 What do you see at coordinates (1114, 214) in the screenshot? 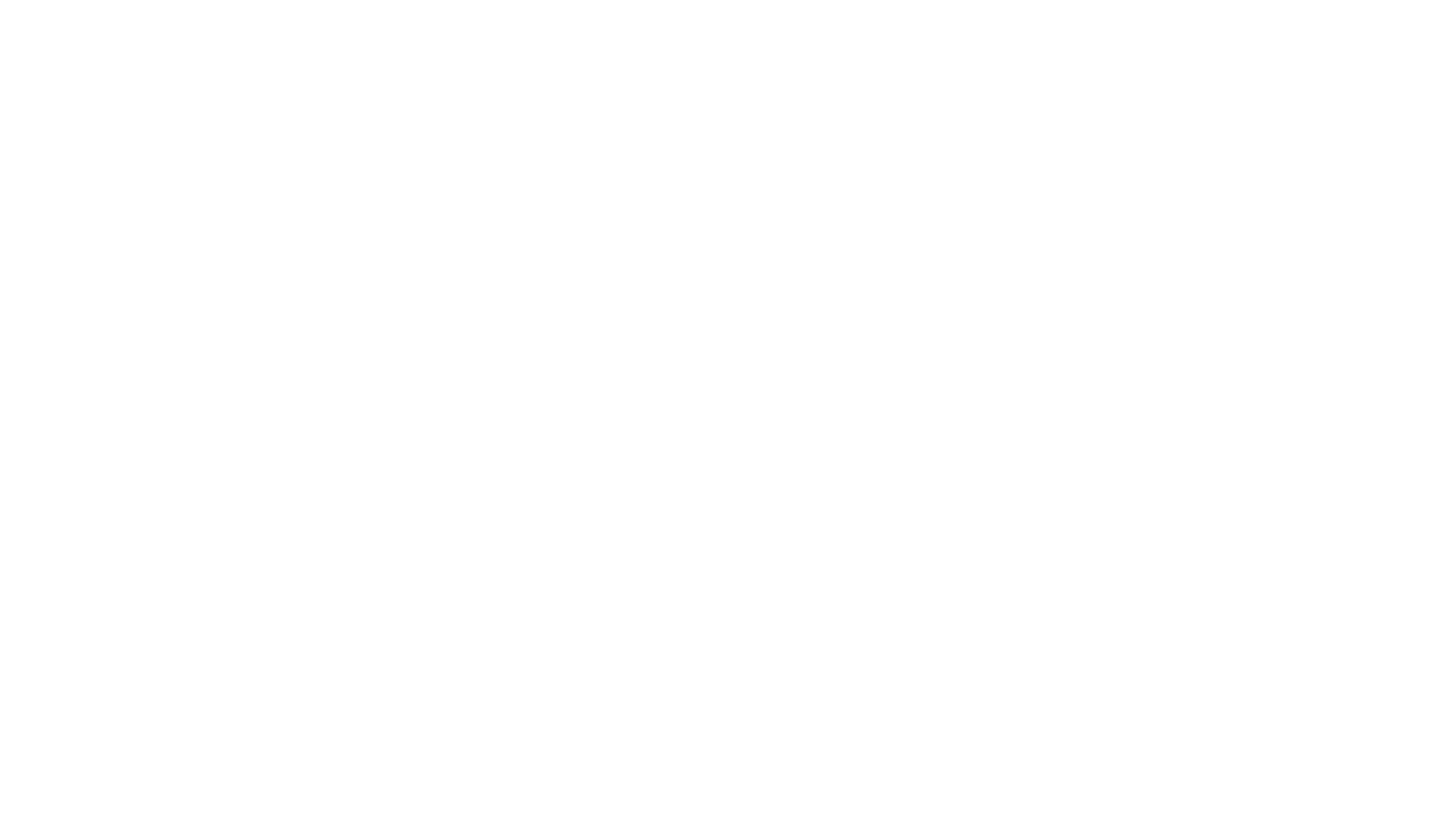
I see `'Life after Wellingborough'` at bounding box center [1114, 214].